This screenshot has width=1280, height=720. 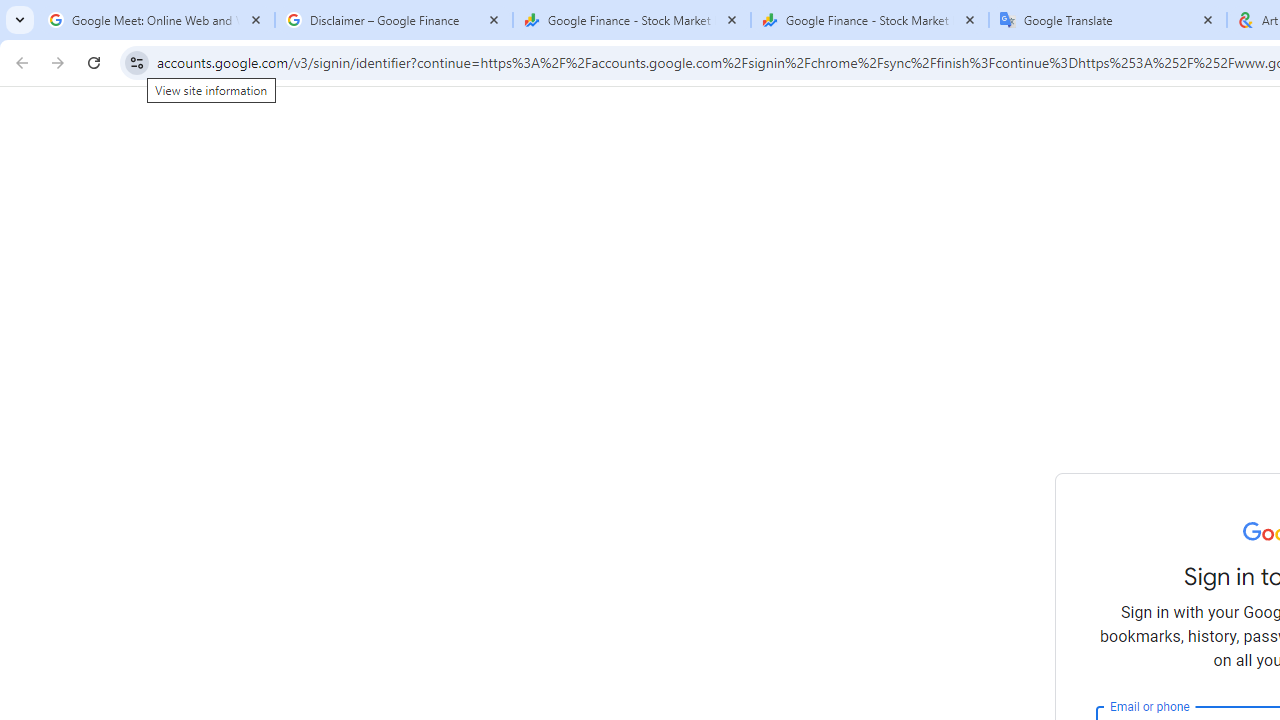 What do you see at coordinates (1107, 20) in the screenshot?
I see `'Google Translate'` at bounding box center [1107, 20].